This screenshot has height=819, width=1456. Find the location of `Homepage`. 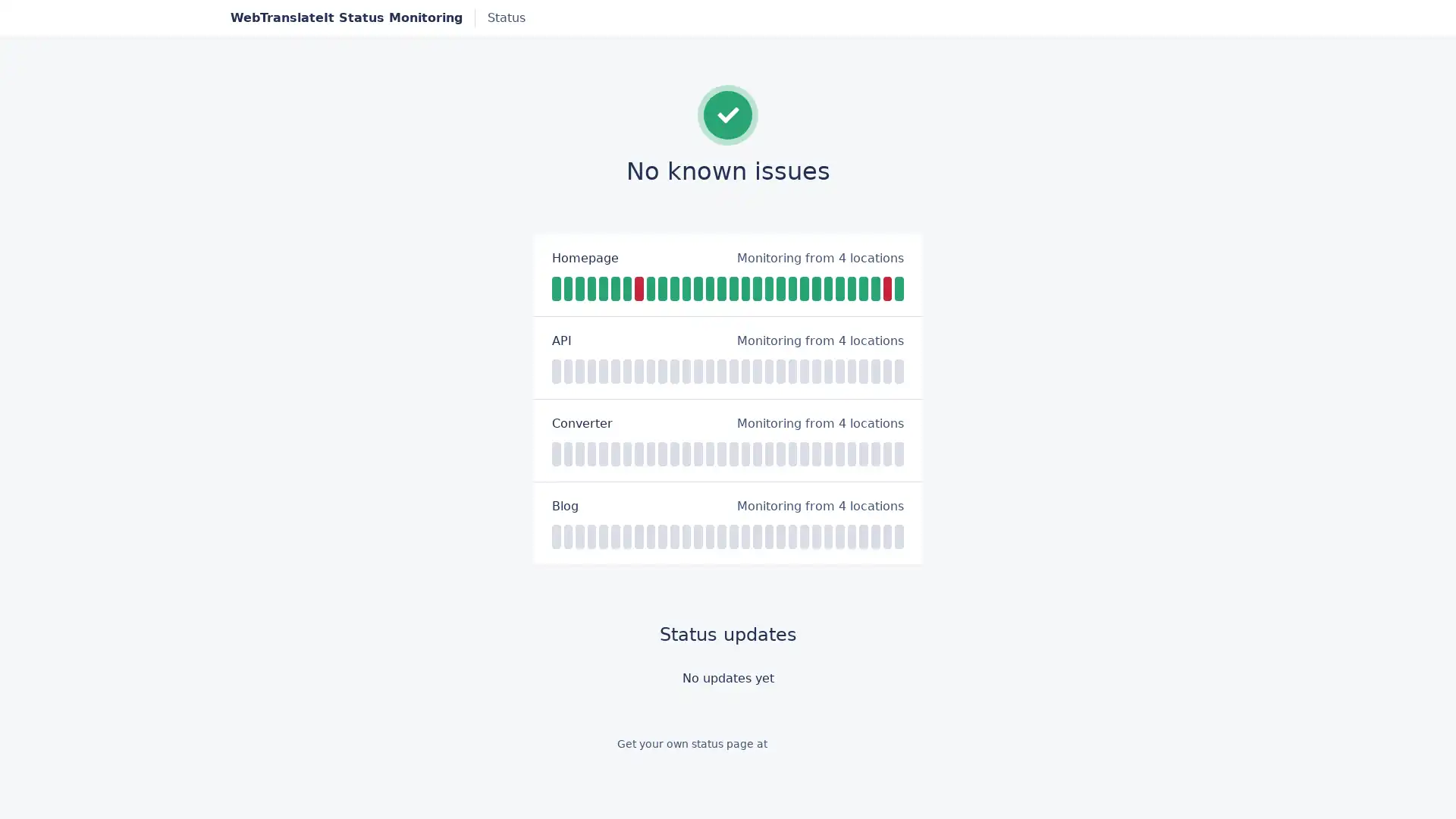

Homepage is located at coordinates (585, 256).